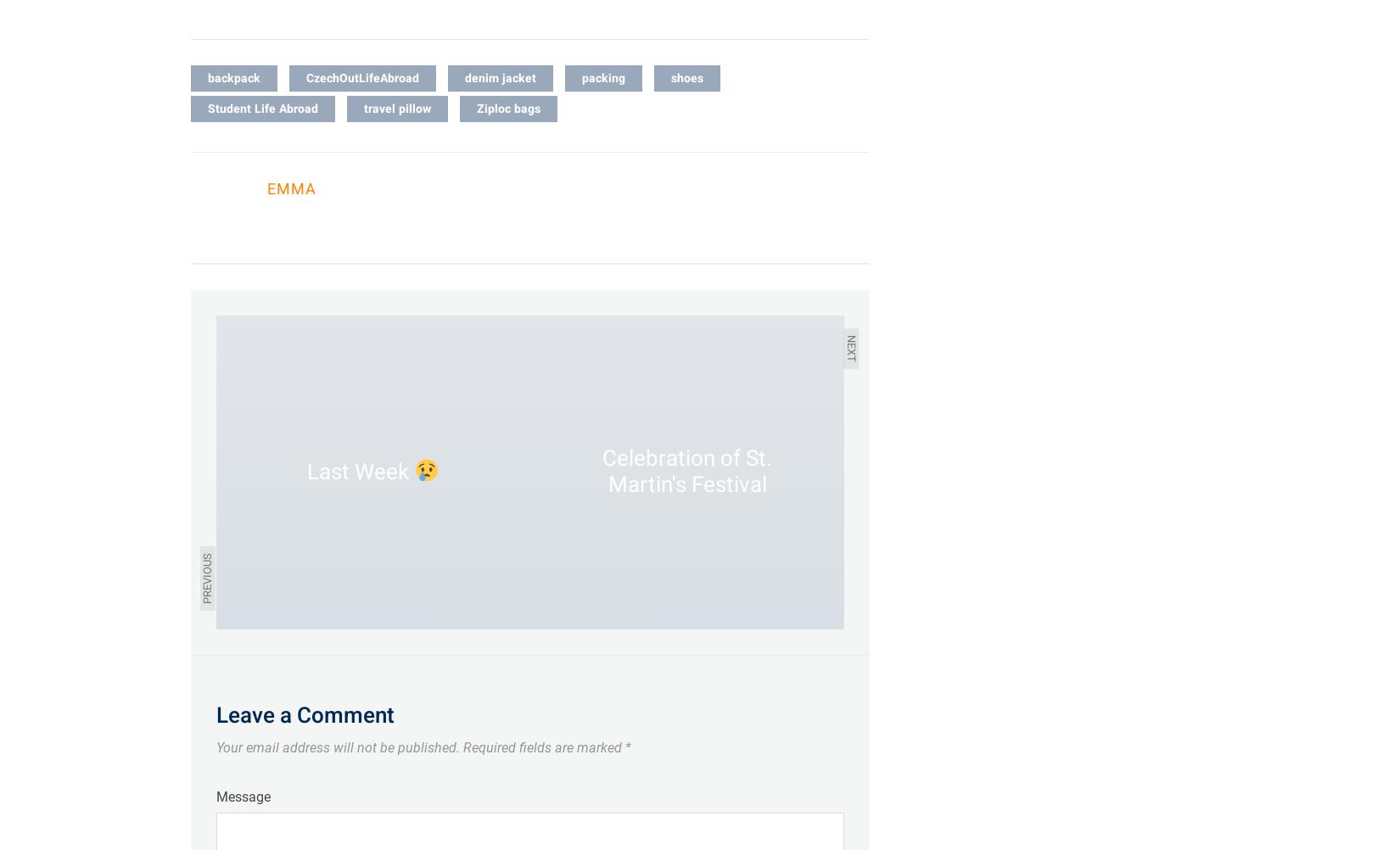 The width and height of the screenshot is (1400, 850). I want to click on 'denim jacket', so click(500, 76).